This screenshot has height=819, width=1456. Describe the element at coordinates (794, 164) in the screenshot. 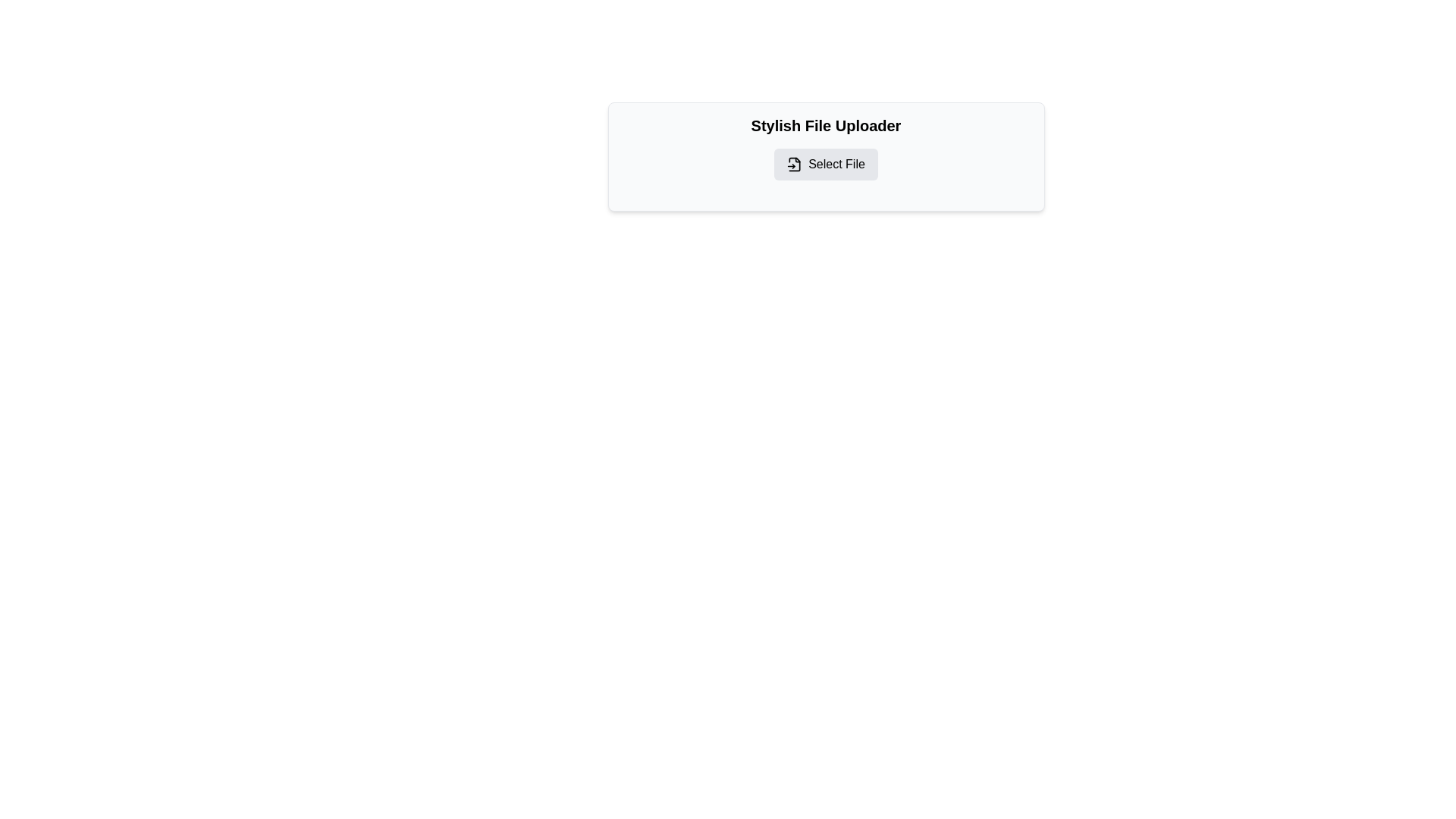

I see `the simplified file icon within the 'Select File' button, which is visually represented as a square with a corner folded down` at that location.